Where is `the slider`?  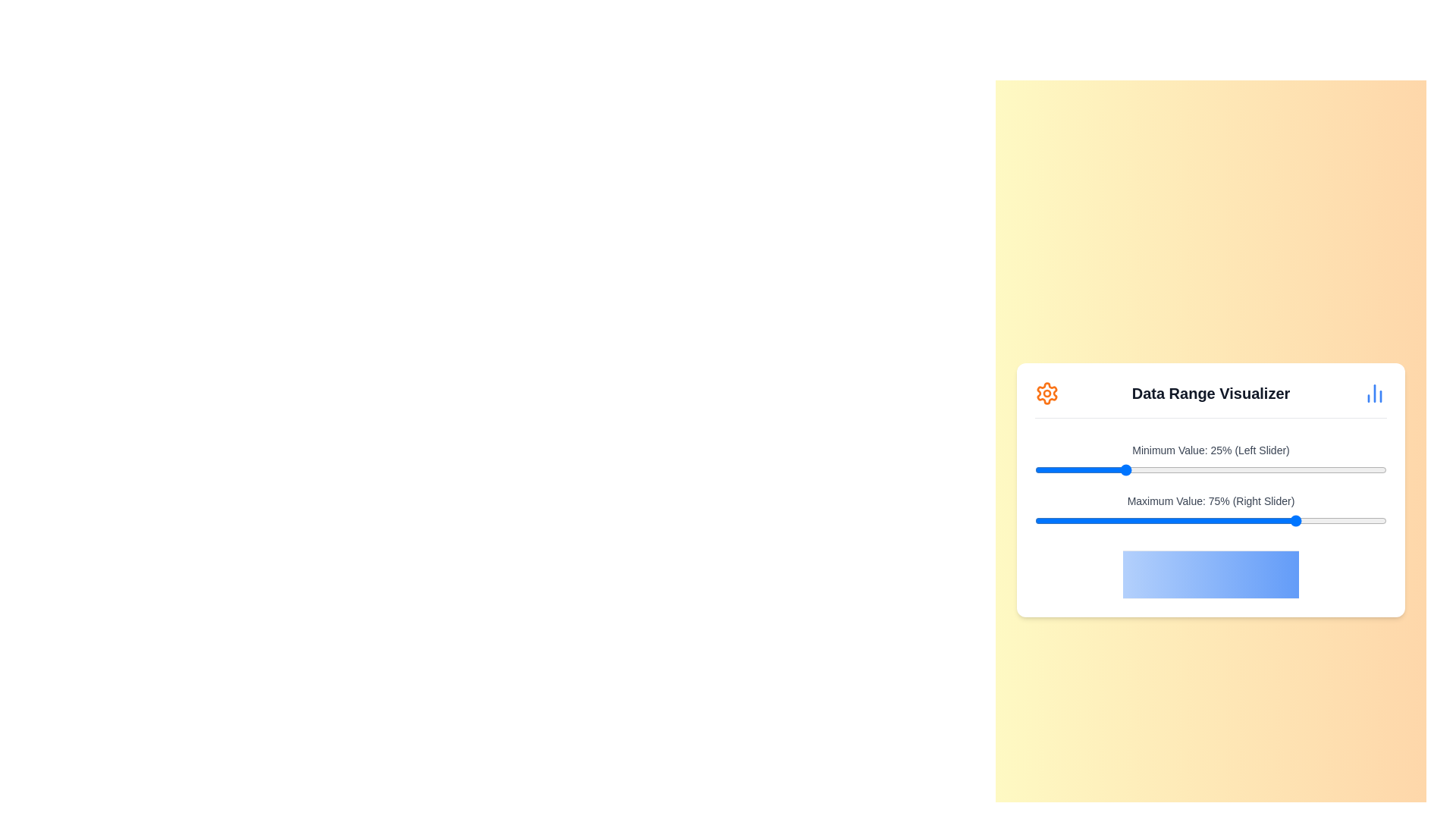
the slider is located at coordinates (1333, 519).